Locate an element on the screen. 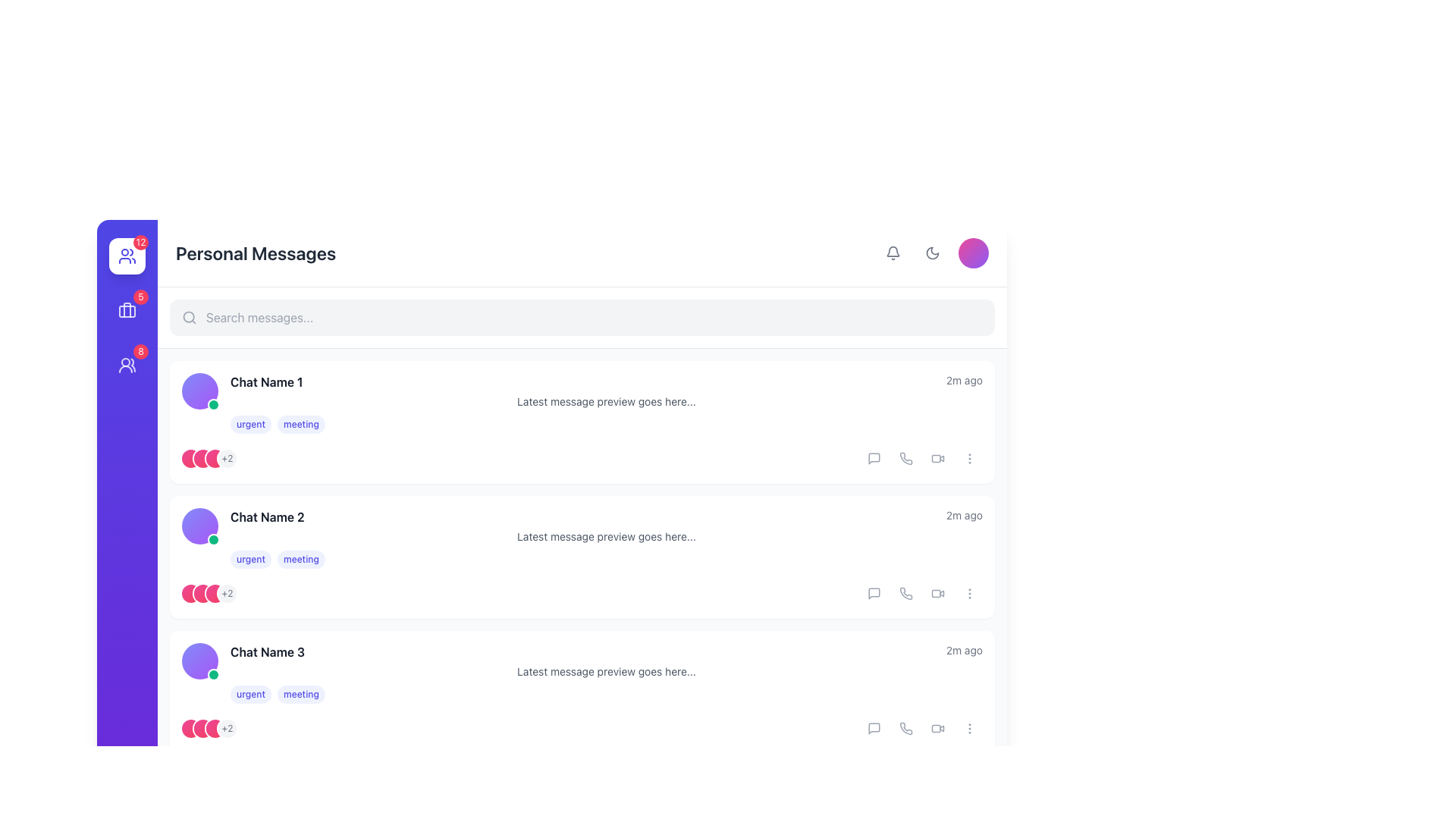 The height and width of the screenshot is (819, 1456). the video icon, a modern styled icon with a rectangular camera body and trapezoid lens, to initiate a video call is located at coordinates (937, 458).